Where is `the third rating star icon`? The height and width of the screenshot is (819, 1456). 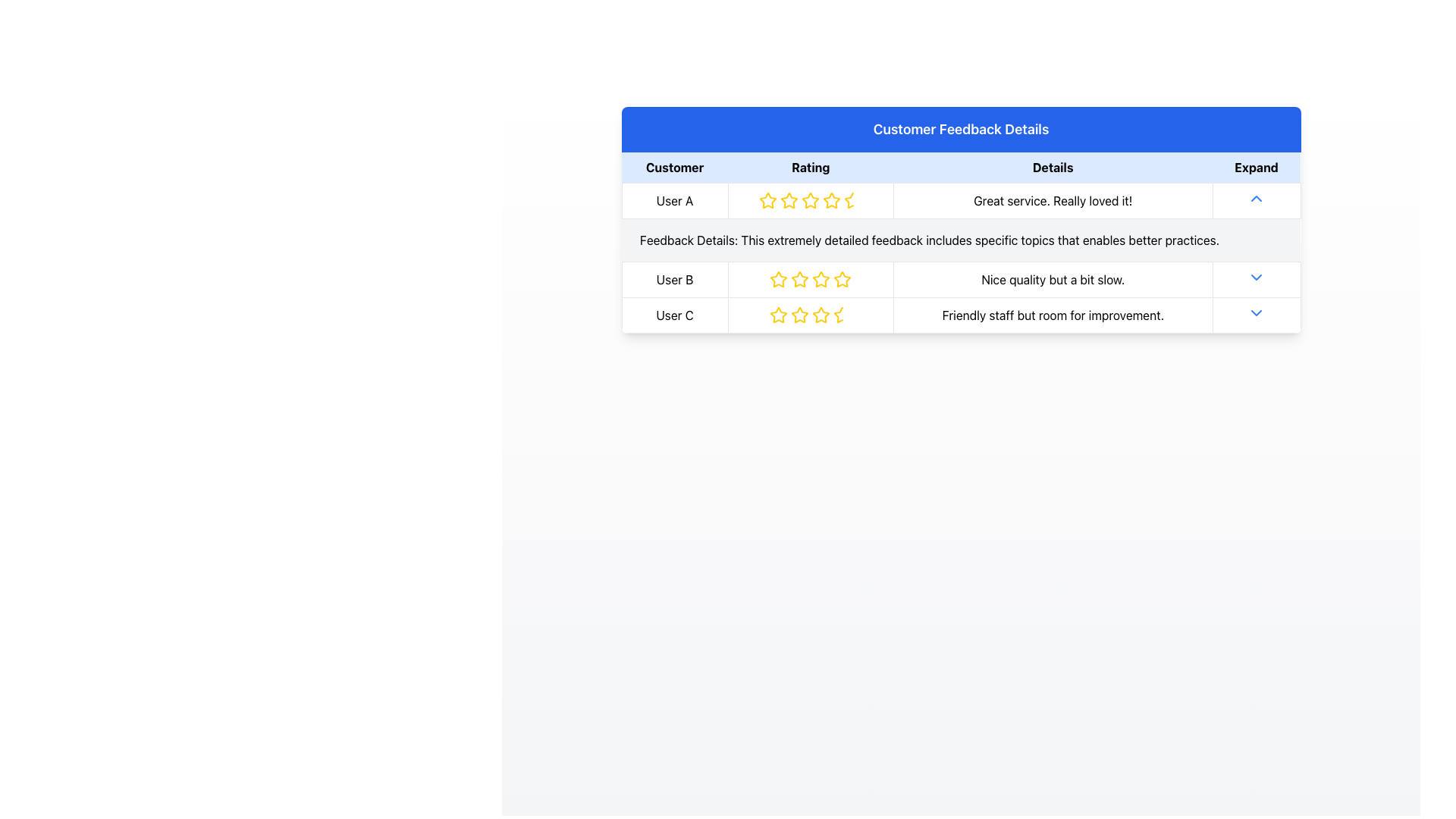 the third rating star icon is located at coordinates (810, 200).